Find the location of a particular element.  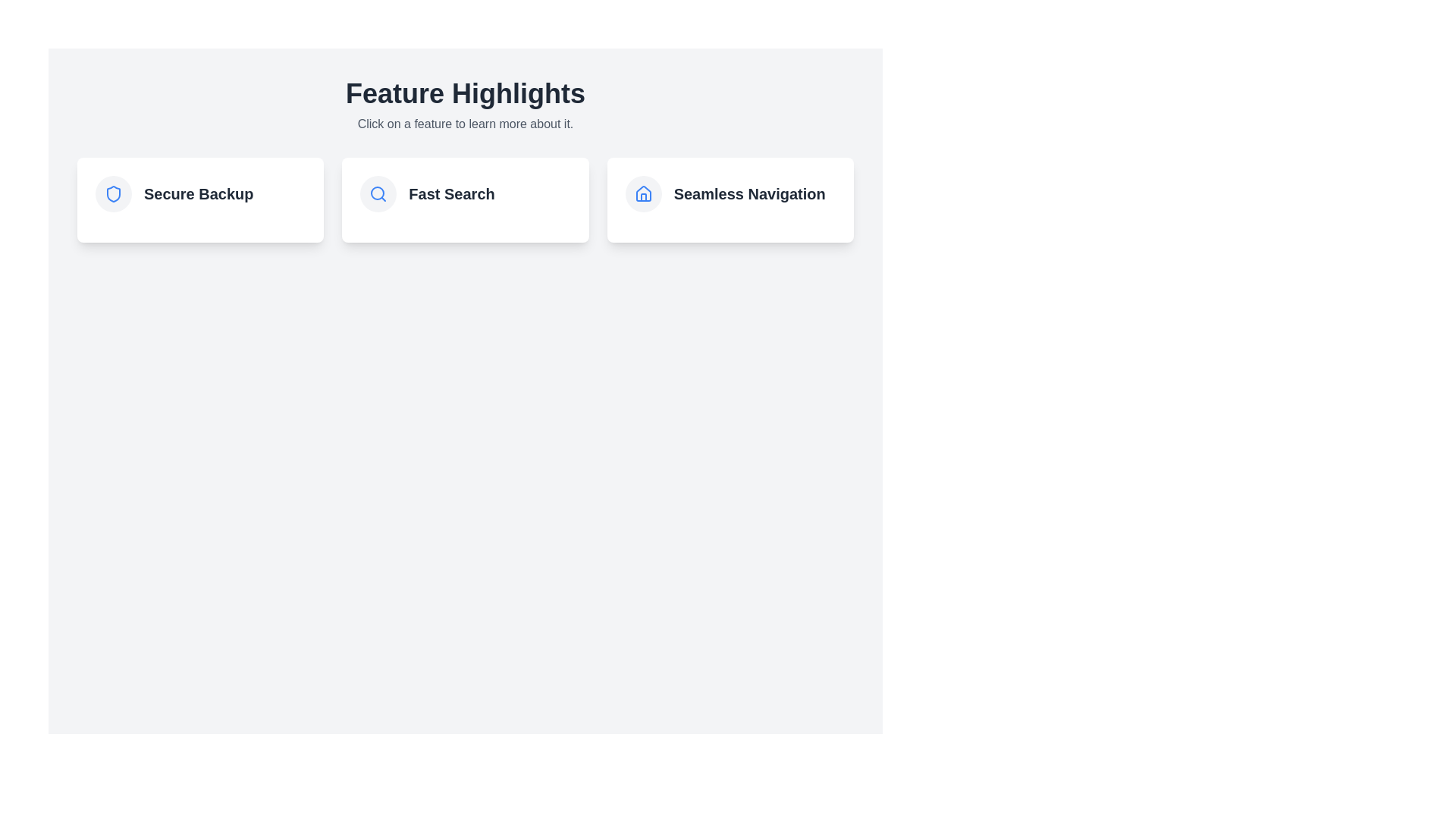

text label that serves as the title for the secure backup feature, located on the first card in the horizontal row of feature highlights, to the right of the shield icon is located at coordinates (198, 193).